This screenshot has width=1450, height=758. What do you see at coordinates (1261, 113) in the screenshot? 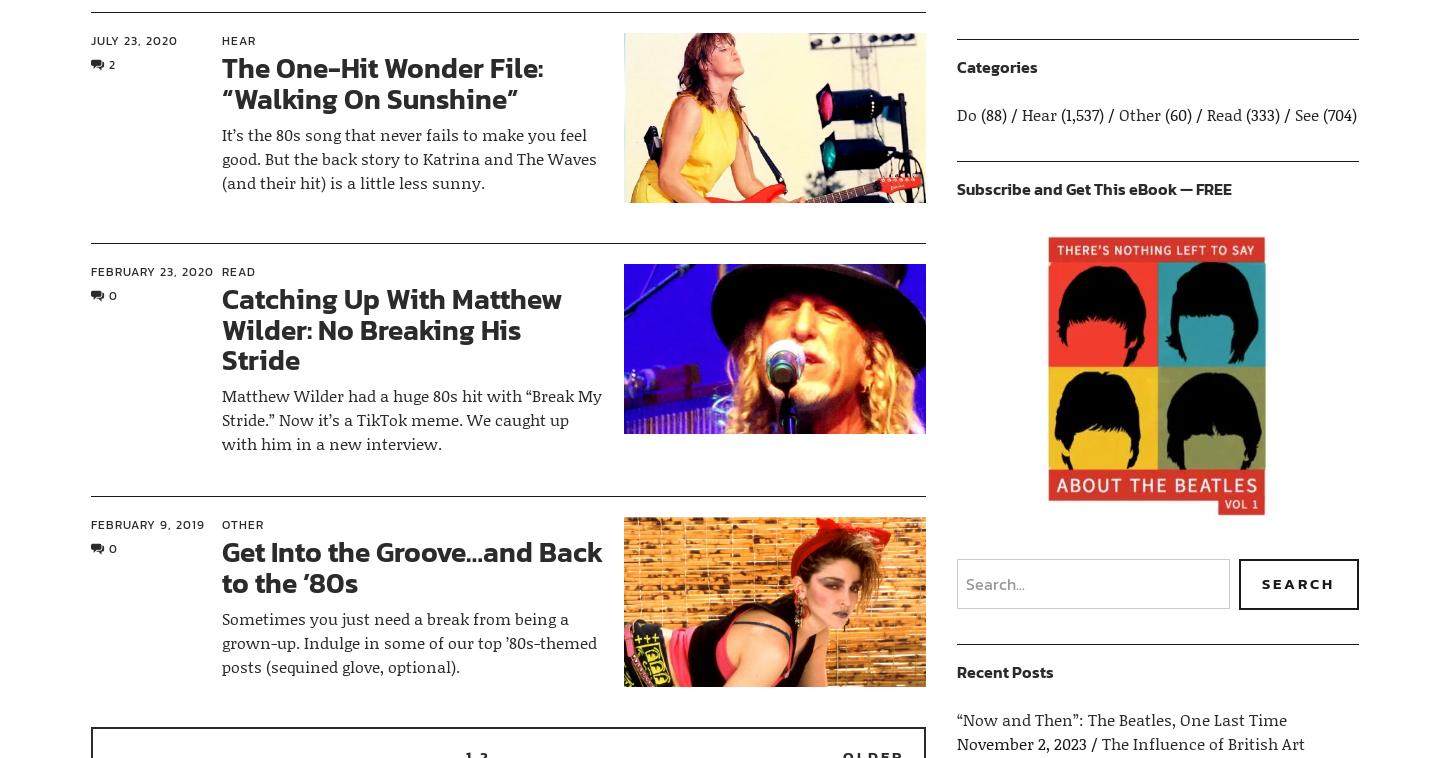
I see `'(333)'` at bounding box center [1261, 113].